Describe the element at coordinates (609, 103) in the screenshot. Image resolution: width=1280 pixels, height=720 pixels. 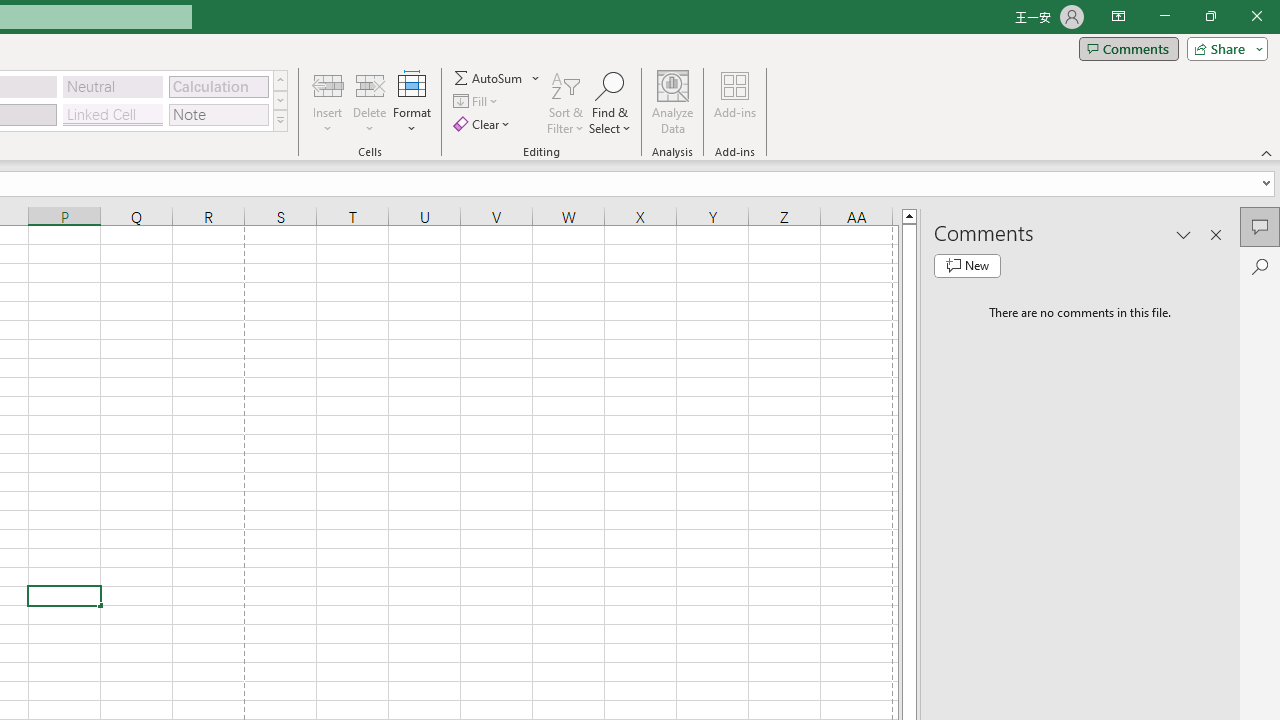
I see `'Find & Select'` at that location.